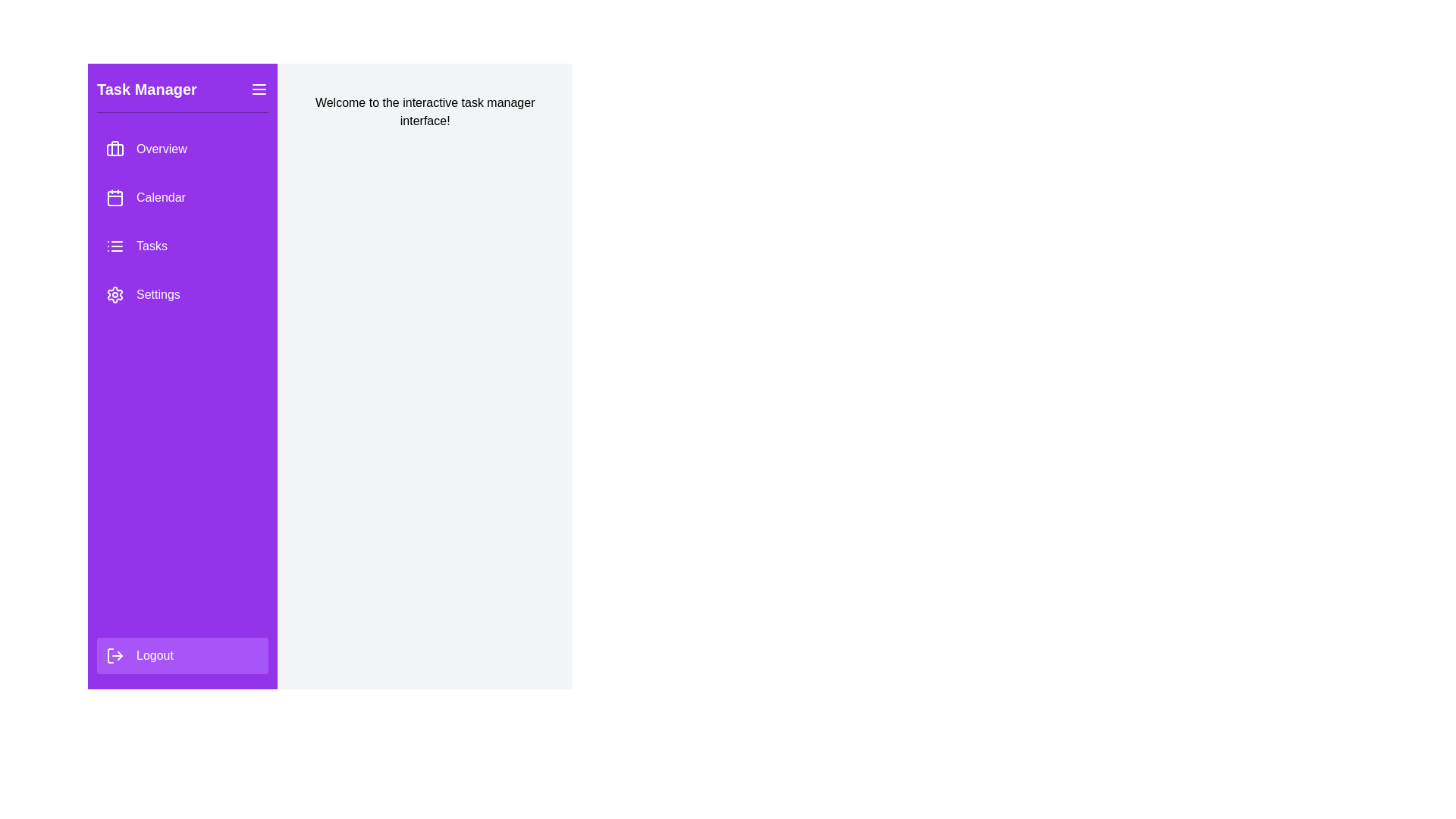 The width and height of the screenshot is (1456, 819). I want to click on the menu option Tasks from the Task Management Drawer, so click(182, 245).